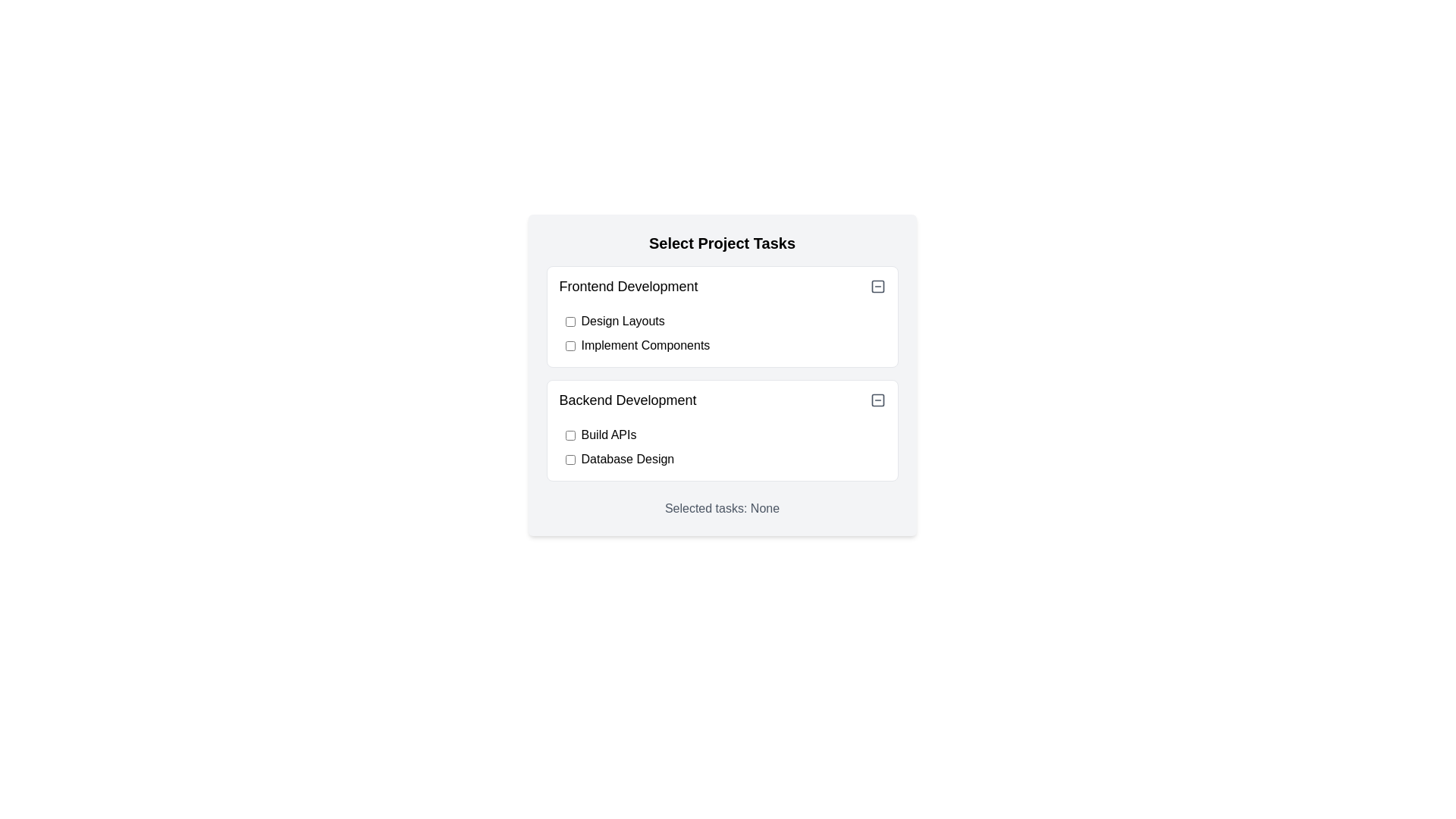 This screenshot has height=819, width=1456. I want to click on the checkbox located next to the label 'Design Layouts' in the 'Frontend Development' section, so click(570, 321).